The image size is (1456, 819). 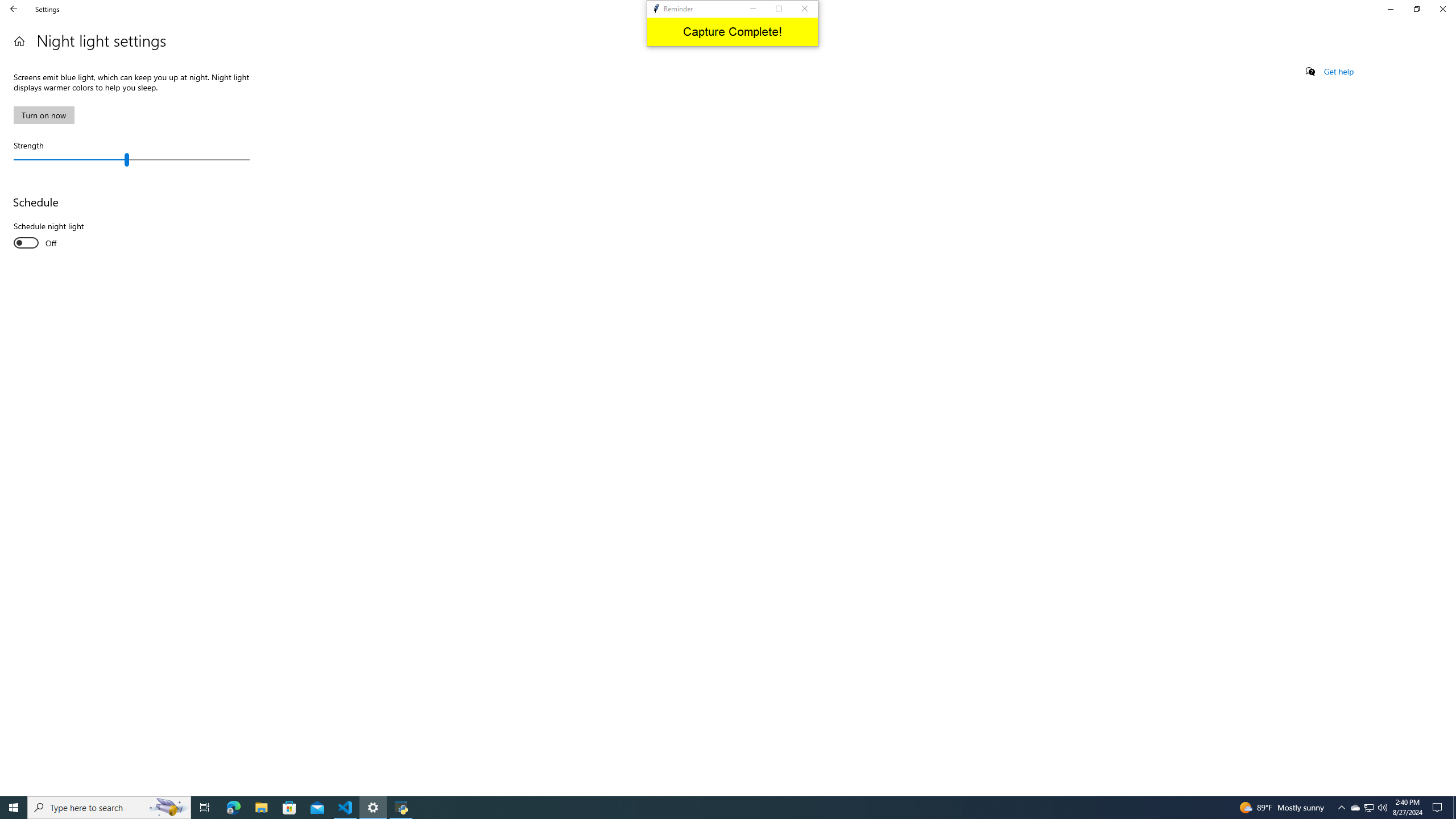 I want to click on 'Notification Chevron', so click(x=1342, y=806).